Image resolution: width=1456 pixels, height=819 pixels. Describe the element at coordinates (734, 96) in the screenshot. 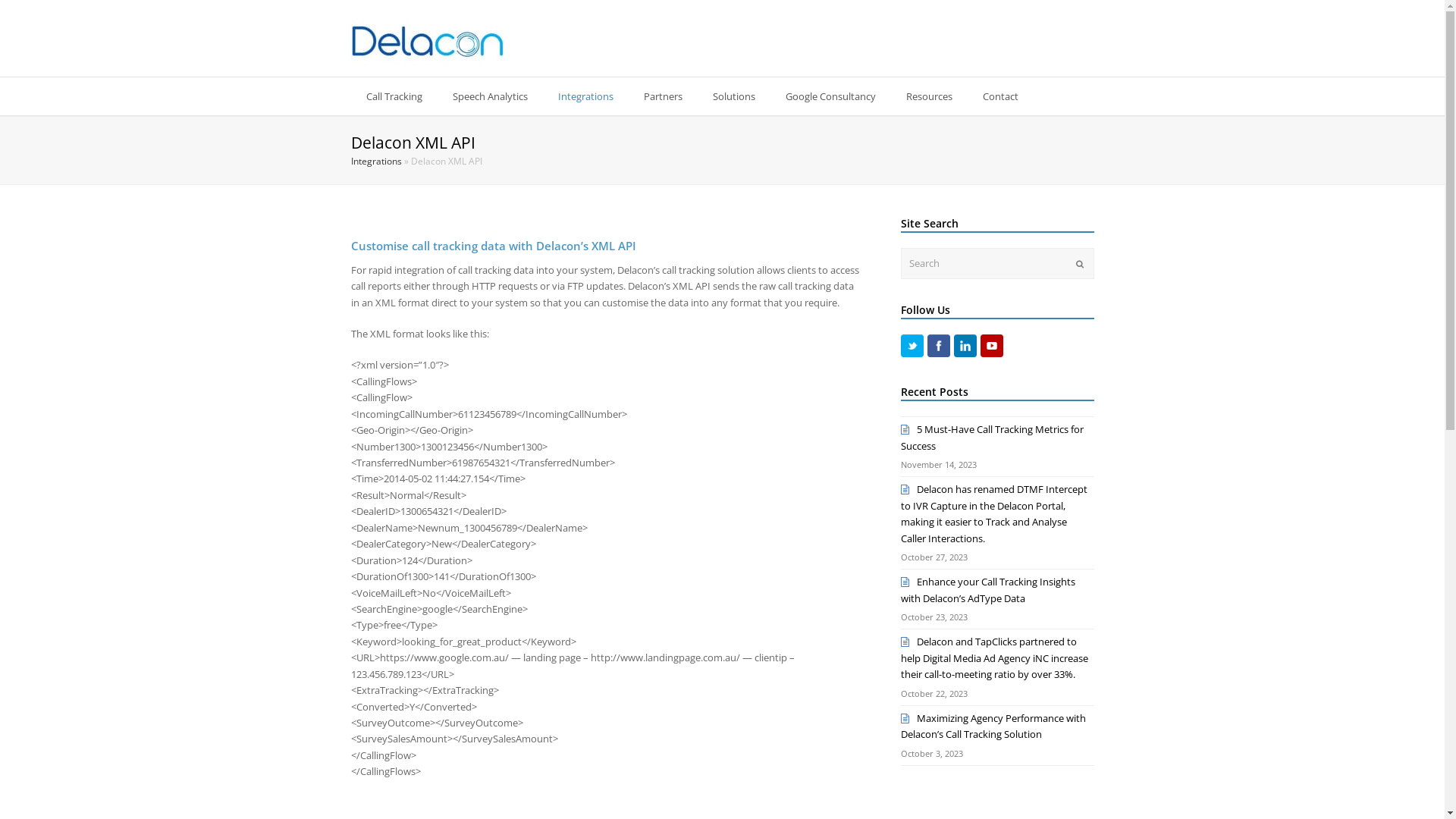

I see `'Solutions'` at that location.